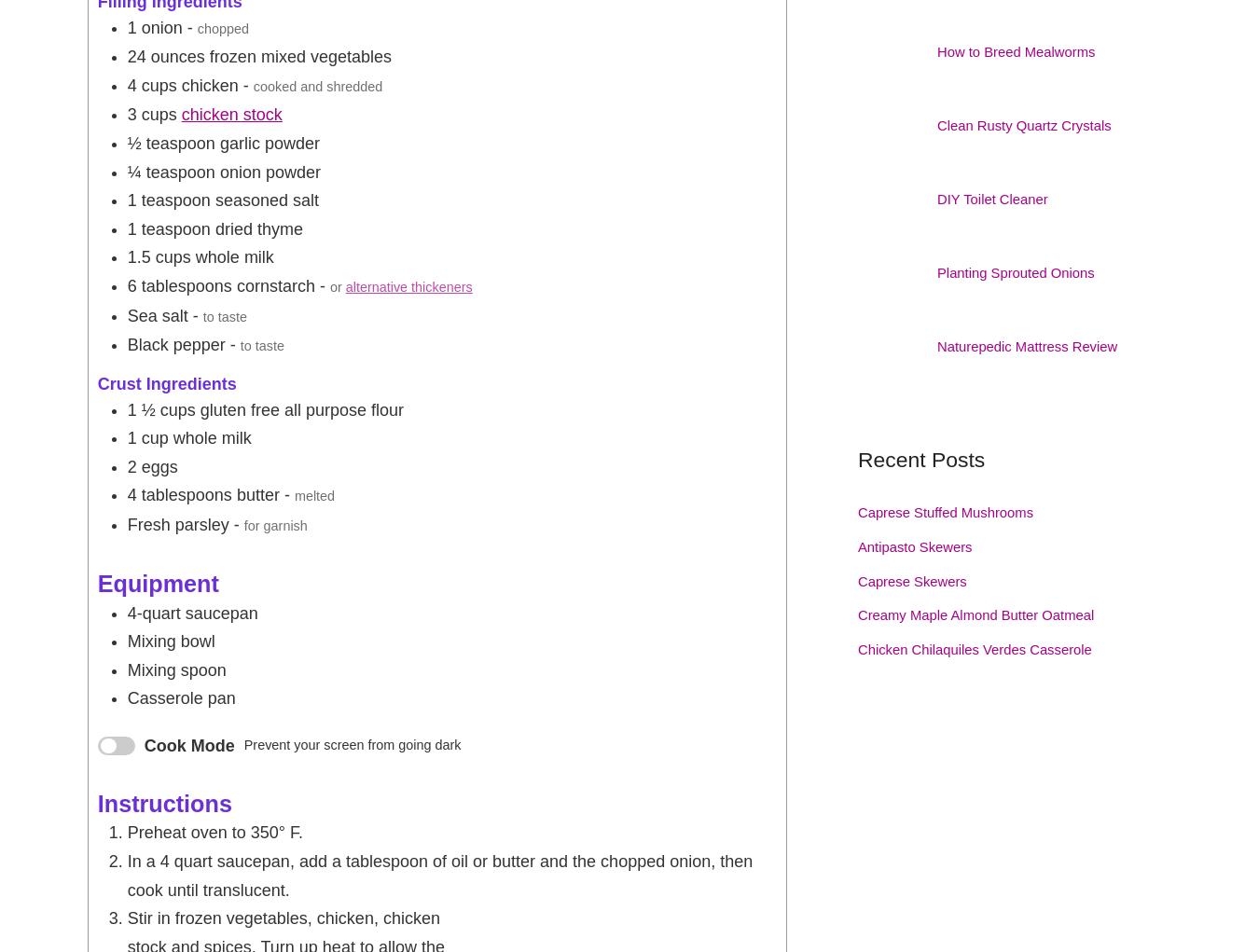 This screenshot has width=1259, height=952. I want to click on 'Preheat oven to 350° F.', so click(214, 831).